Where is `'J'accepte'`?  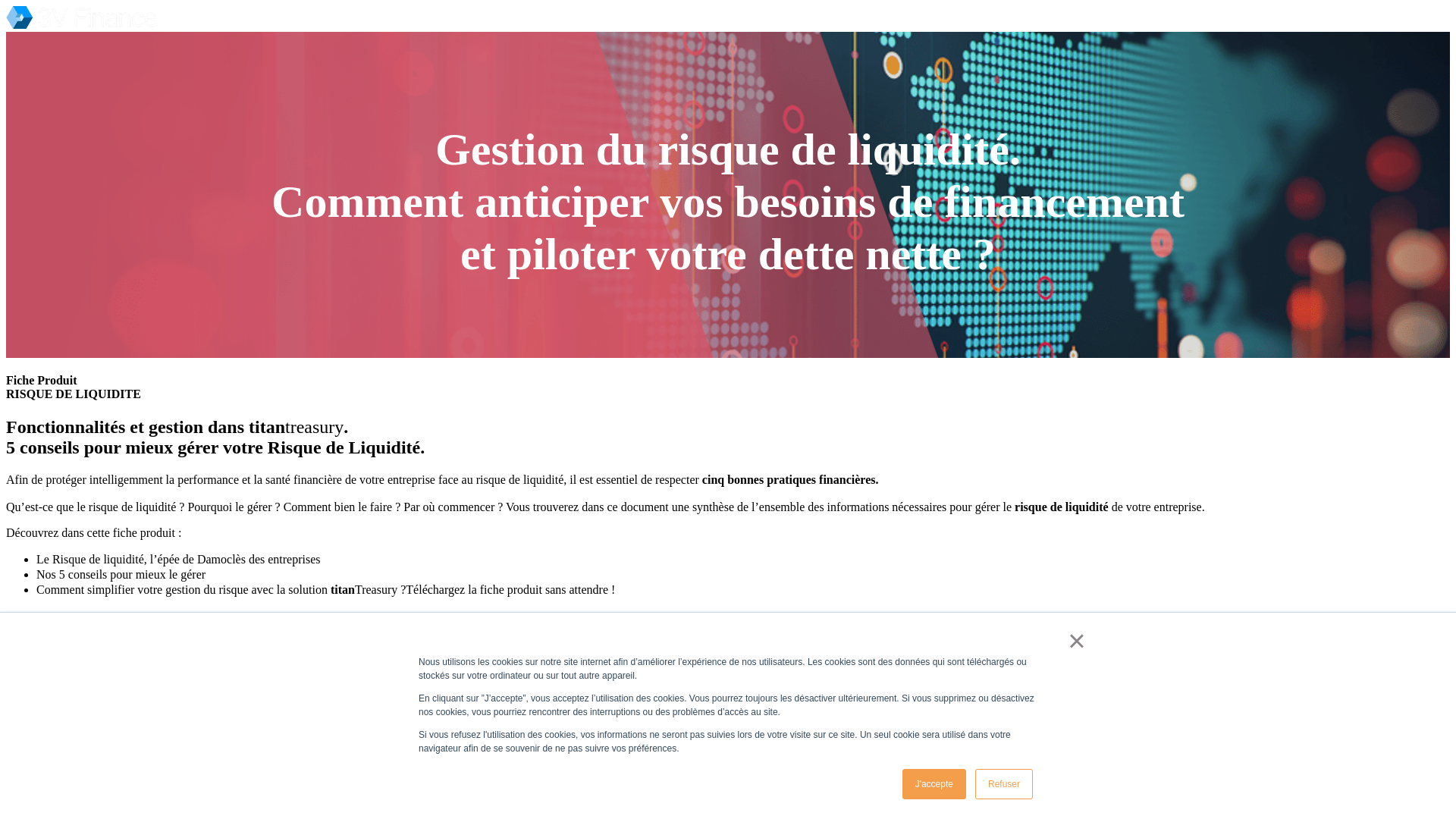
'J'accepte' is located at coordinates (934, 783).